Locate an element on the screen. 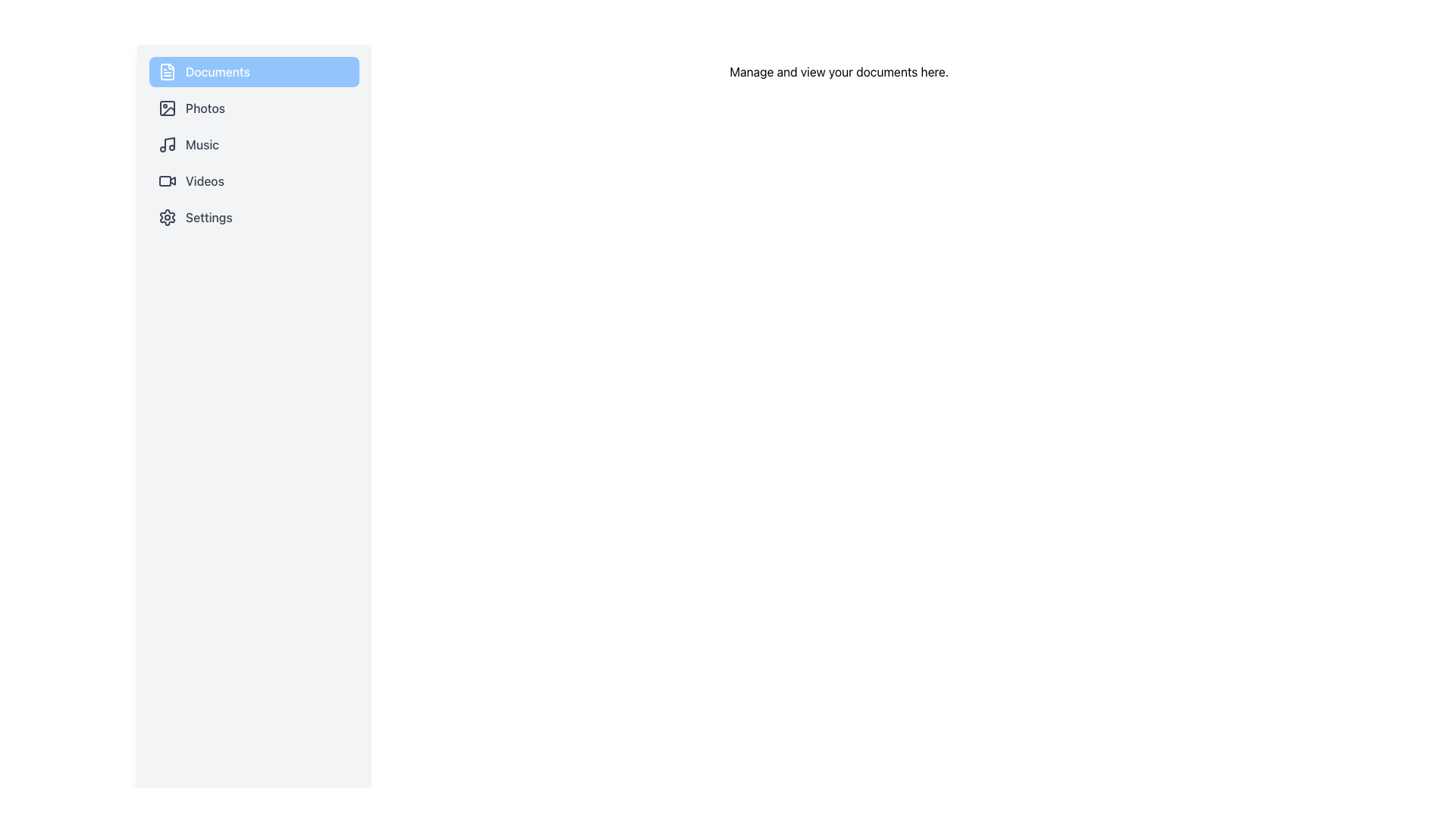 Image resolution: width=1456 pixels, height=819 pixels. the small rectangular icon with rounded corners located to the left of the text label 'Photos' in the sidebar menu is located at coordinates (167, 107).